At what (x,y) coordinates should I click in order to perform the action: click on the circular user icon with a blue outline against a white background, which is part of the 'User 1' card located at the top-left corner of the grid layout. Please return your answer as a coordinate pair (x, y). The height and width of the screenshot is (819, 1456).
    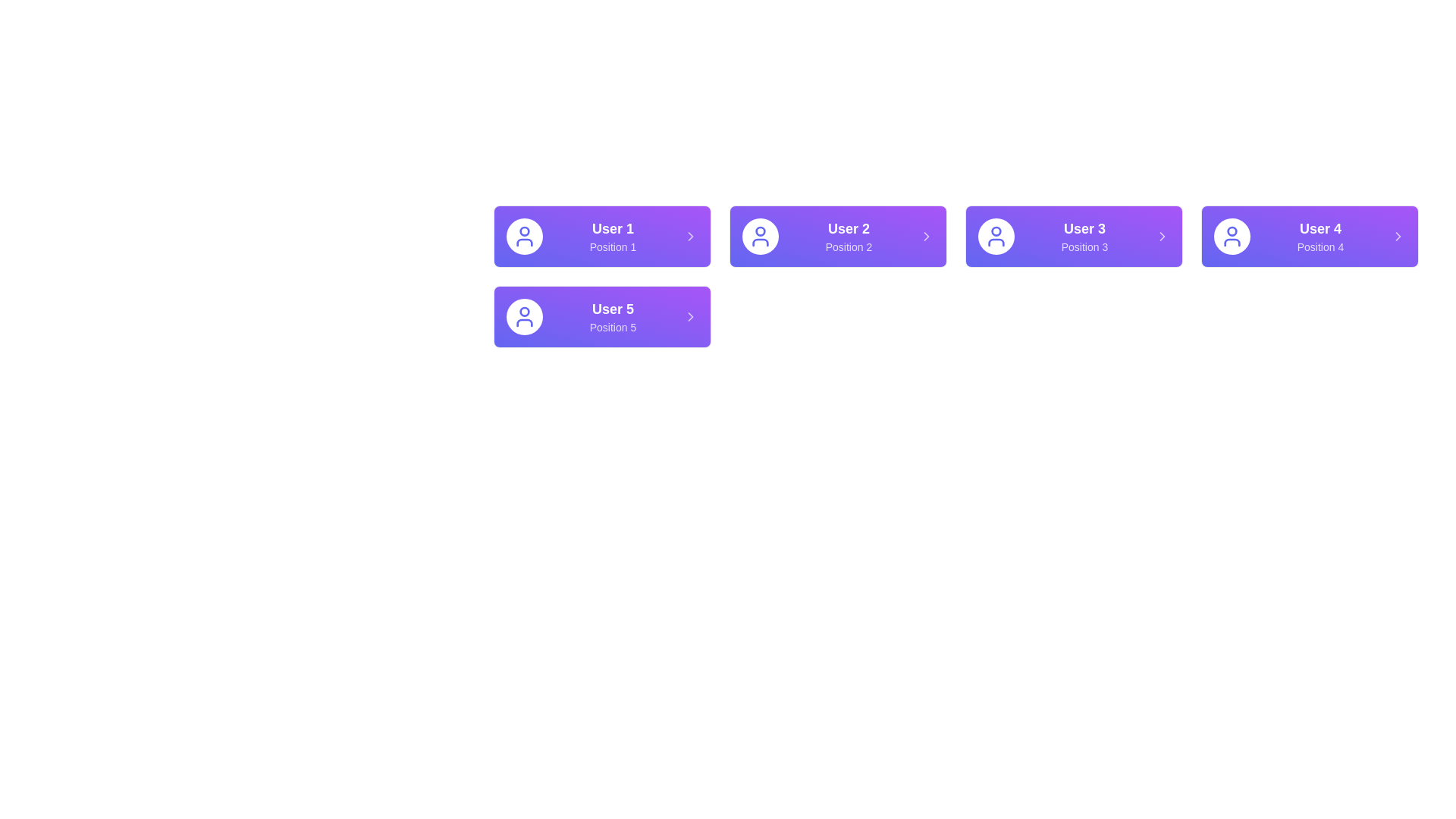
    Looking at the image, I should click on (524, 237).